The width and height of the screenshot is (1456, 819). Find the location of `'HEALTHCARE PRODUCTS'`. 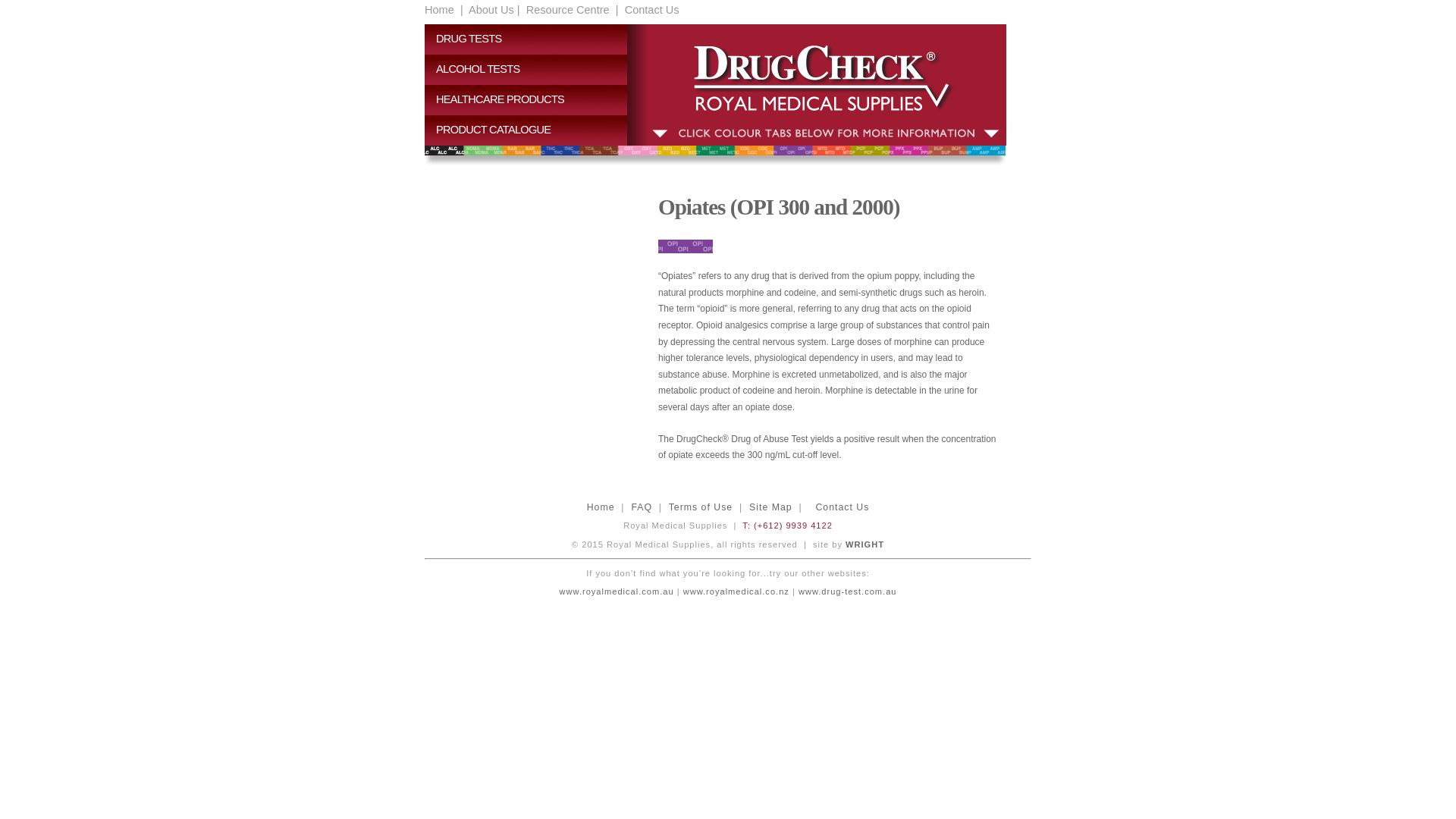

'HEALTHCARE PRODUCTS' is located at coordinates (532, 99).